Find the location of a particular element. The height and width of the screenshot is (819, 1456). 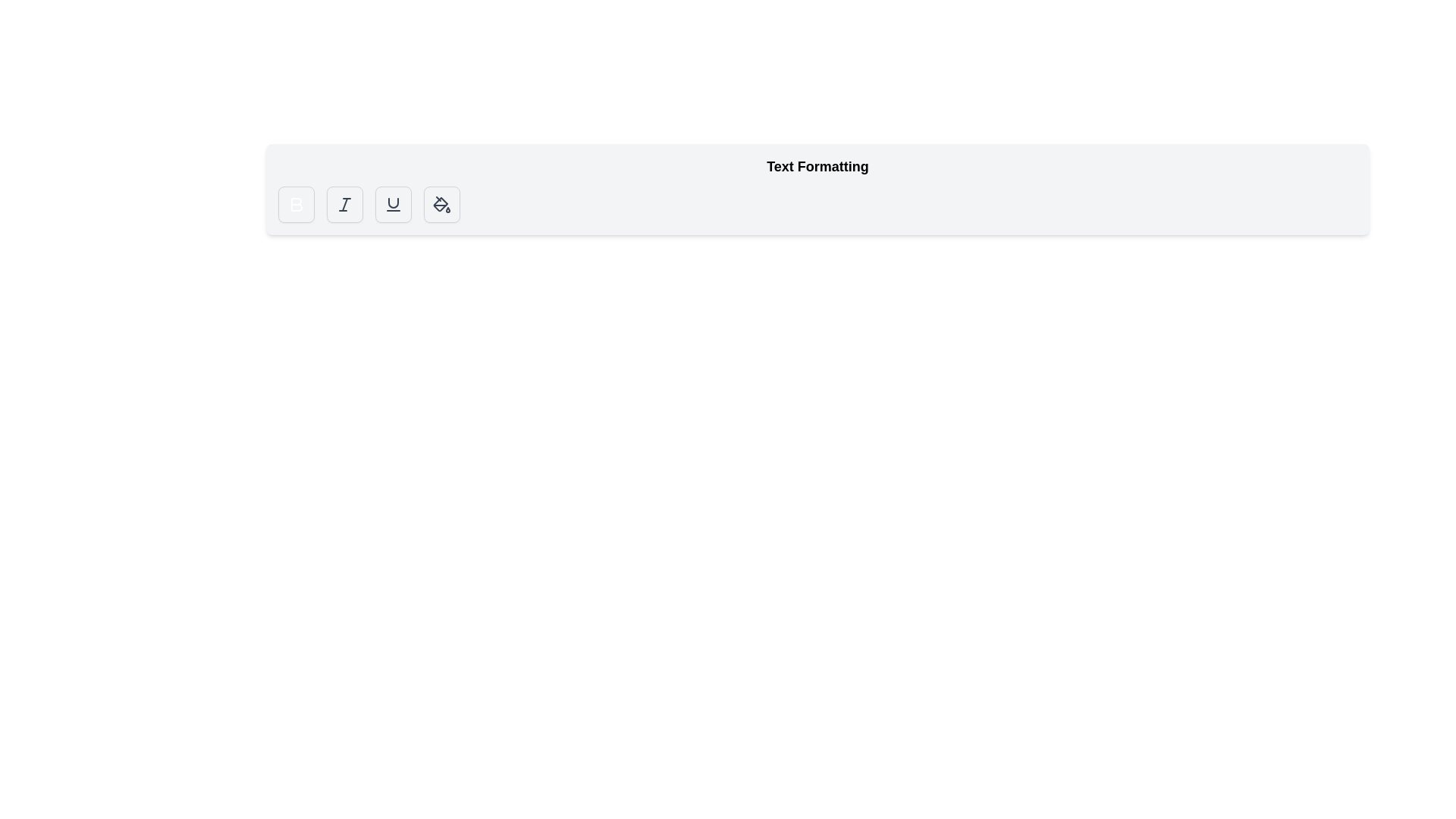

the first button in the toolbar that has a bold 'B' icon with a blue background and a white foreground icon is located at coordinates (296, 205).